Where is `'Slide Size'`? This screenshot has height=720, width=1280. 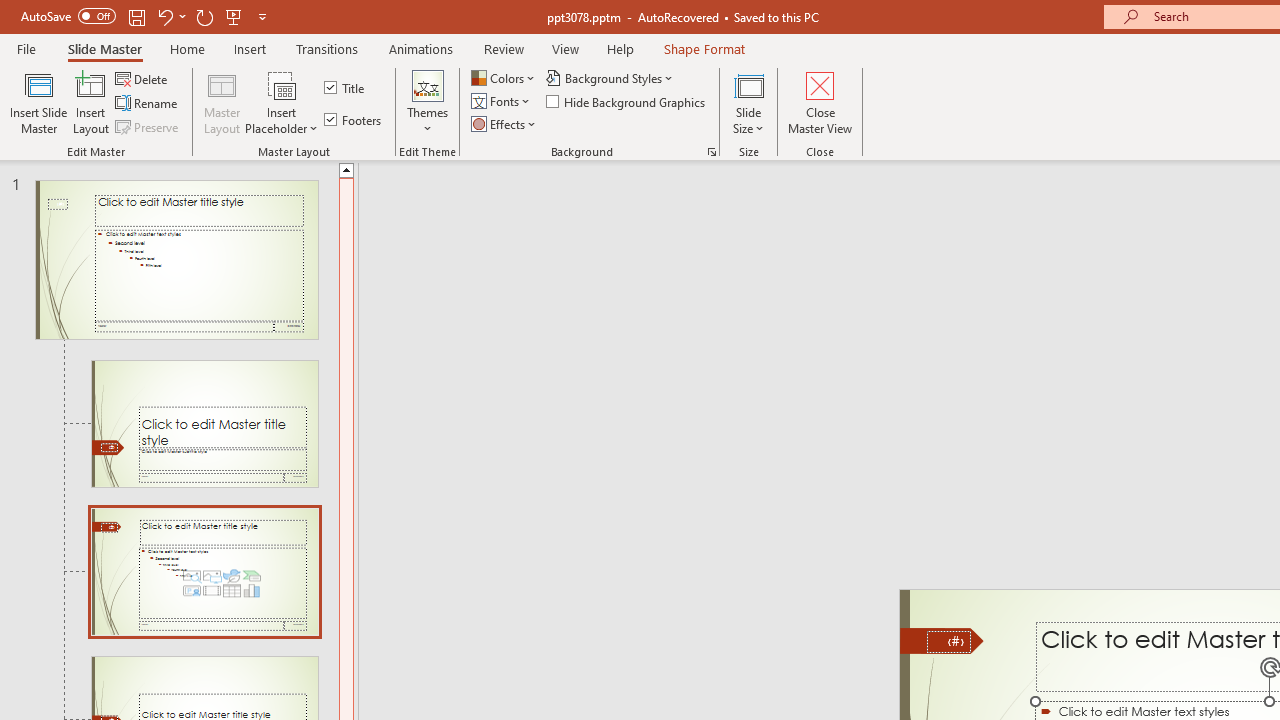
'Slide Size' is located at coordinates (748, 103).